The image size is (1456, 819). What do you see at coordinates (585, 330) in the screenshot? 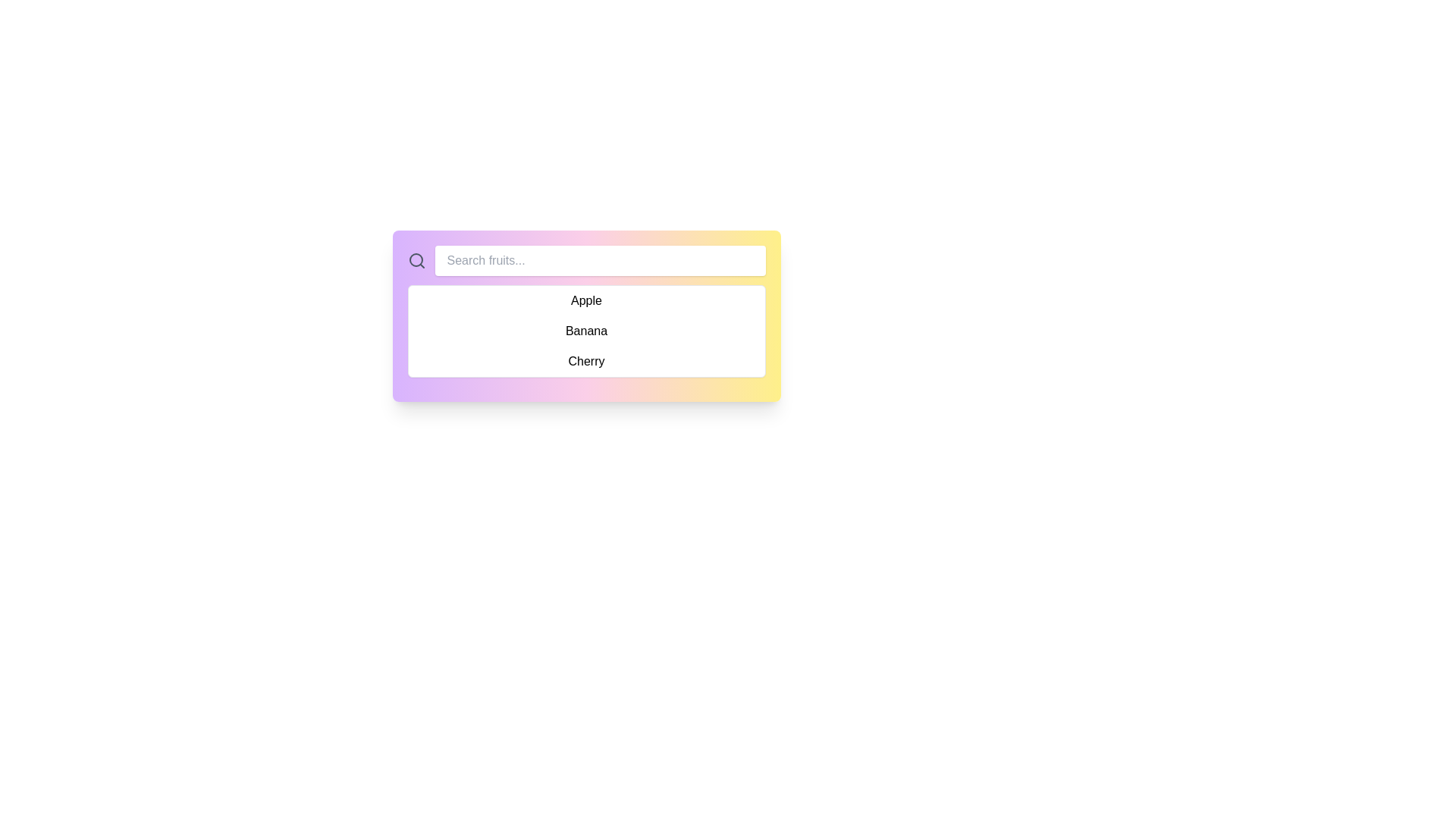
I see `the dropdown option 'Banana'` at bounding box center [585, 330].